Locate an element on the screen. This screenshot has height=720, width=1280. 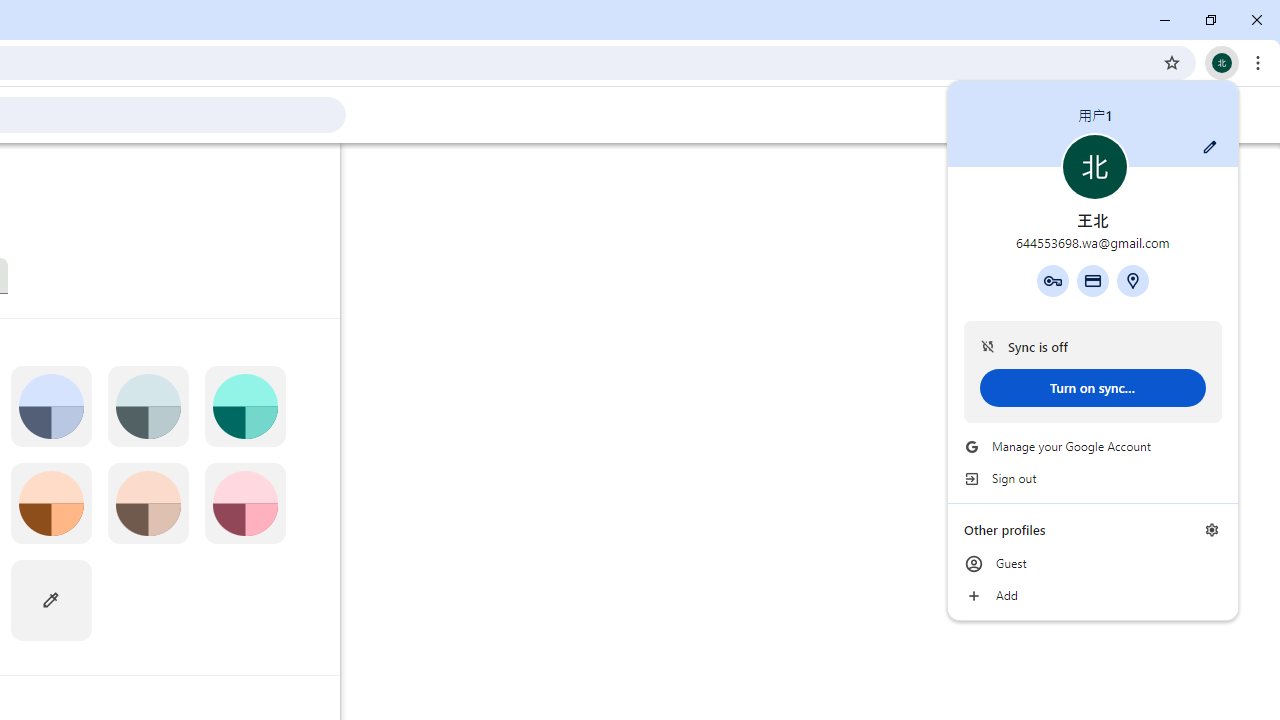
'Addresses and more' is located at coordinates (1133, 280).